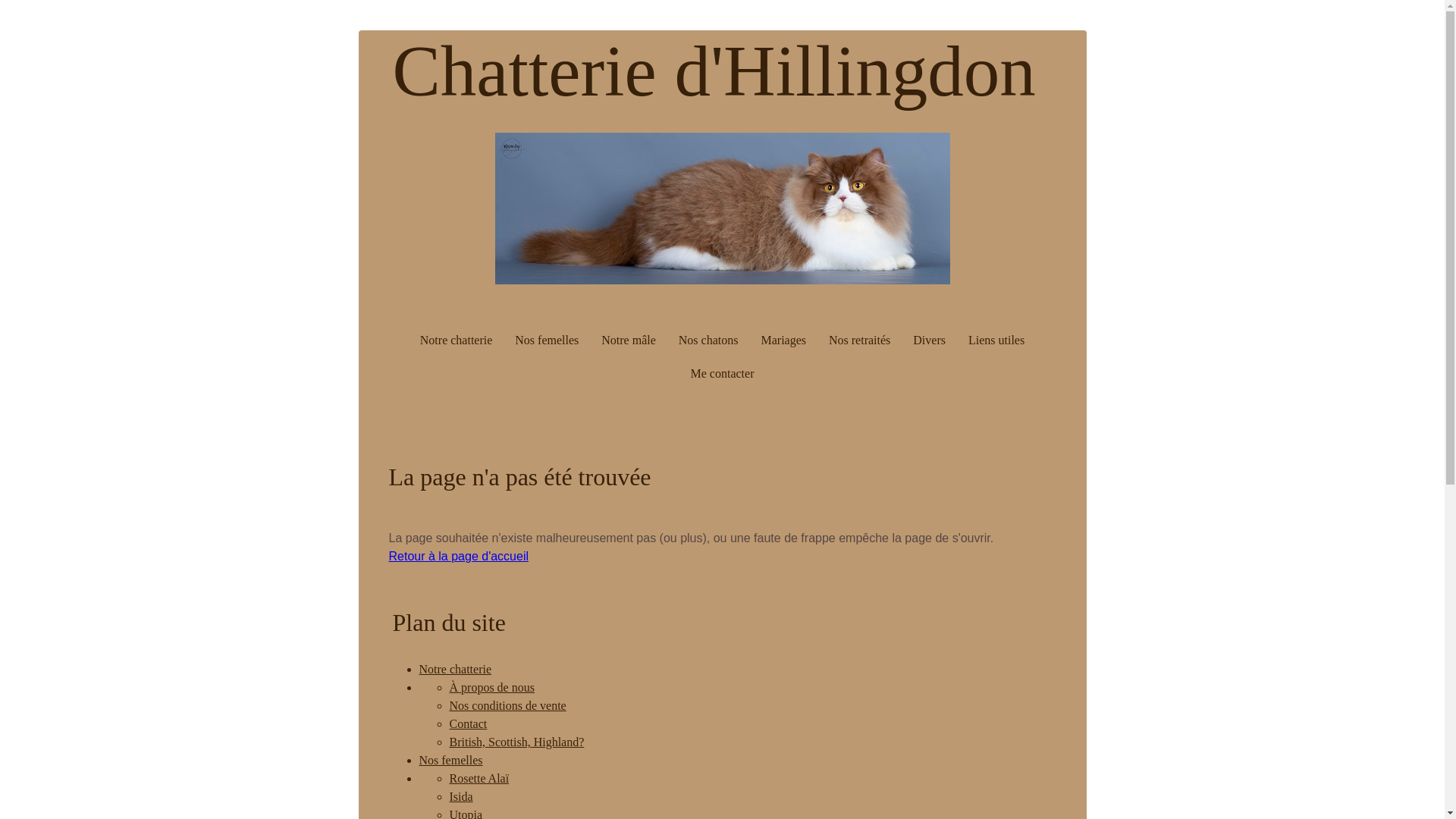  Describe the element at coordinates (393, 91) in the screenshot. I see `'Chatterie d'Hillingdon'` at that location.